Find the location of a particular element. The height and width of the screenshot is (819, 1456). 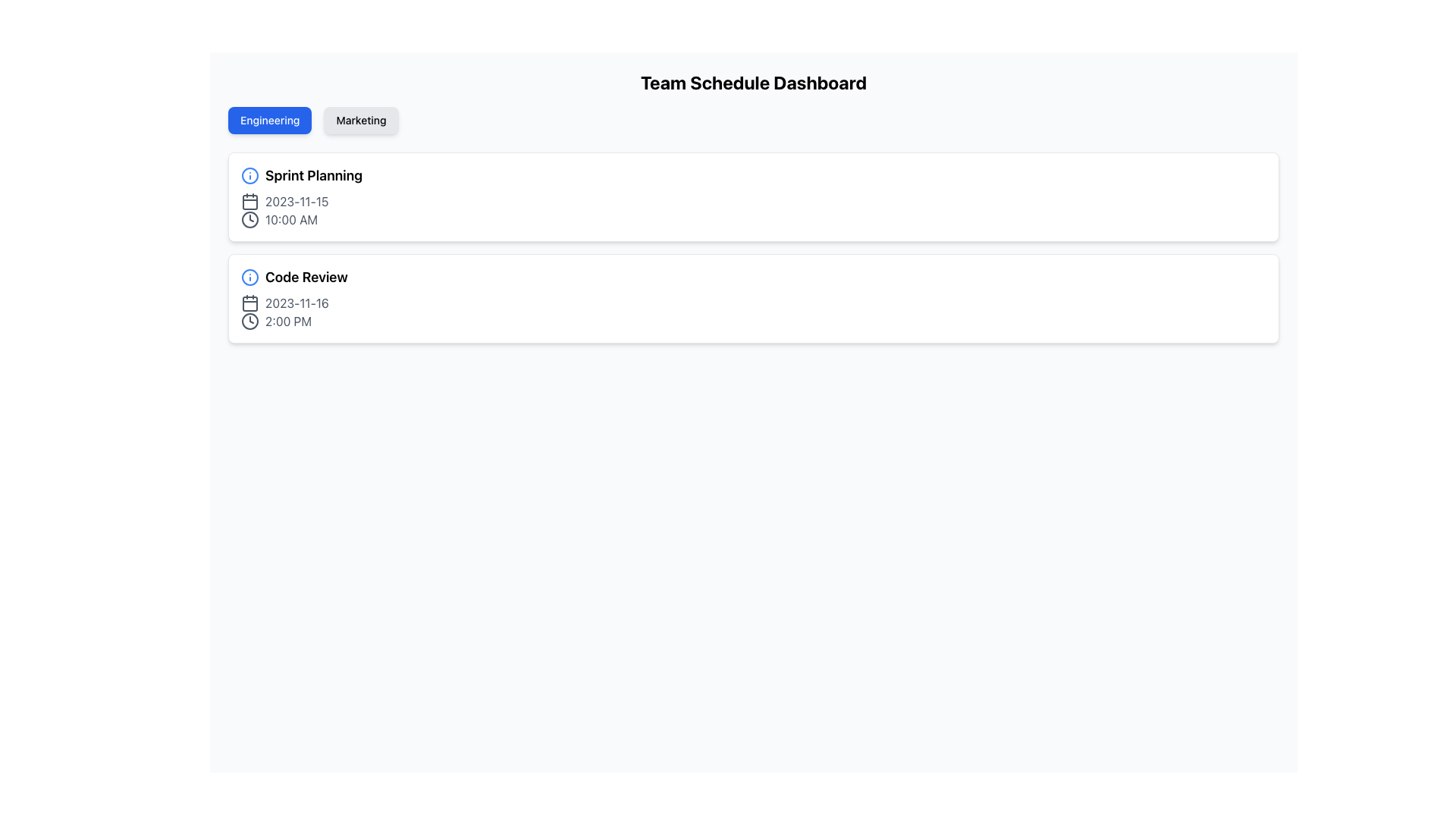

the rounded rectangular calendar icon component within the 'Code Review' entry is located at coordinates (250, 304).